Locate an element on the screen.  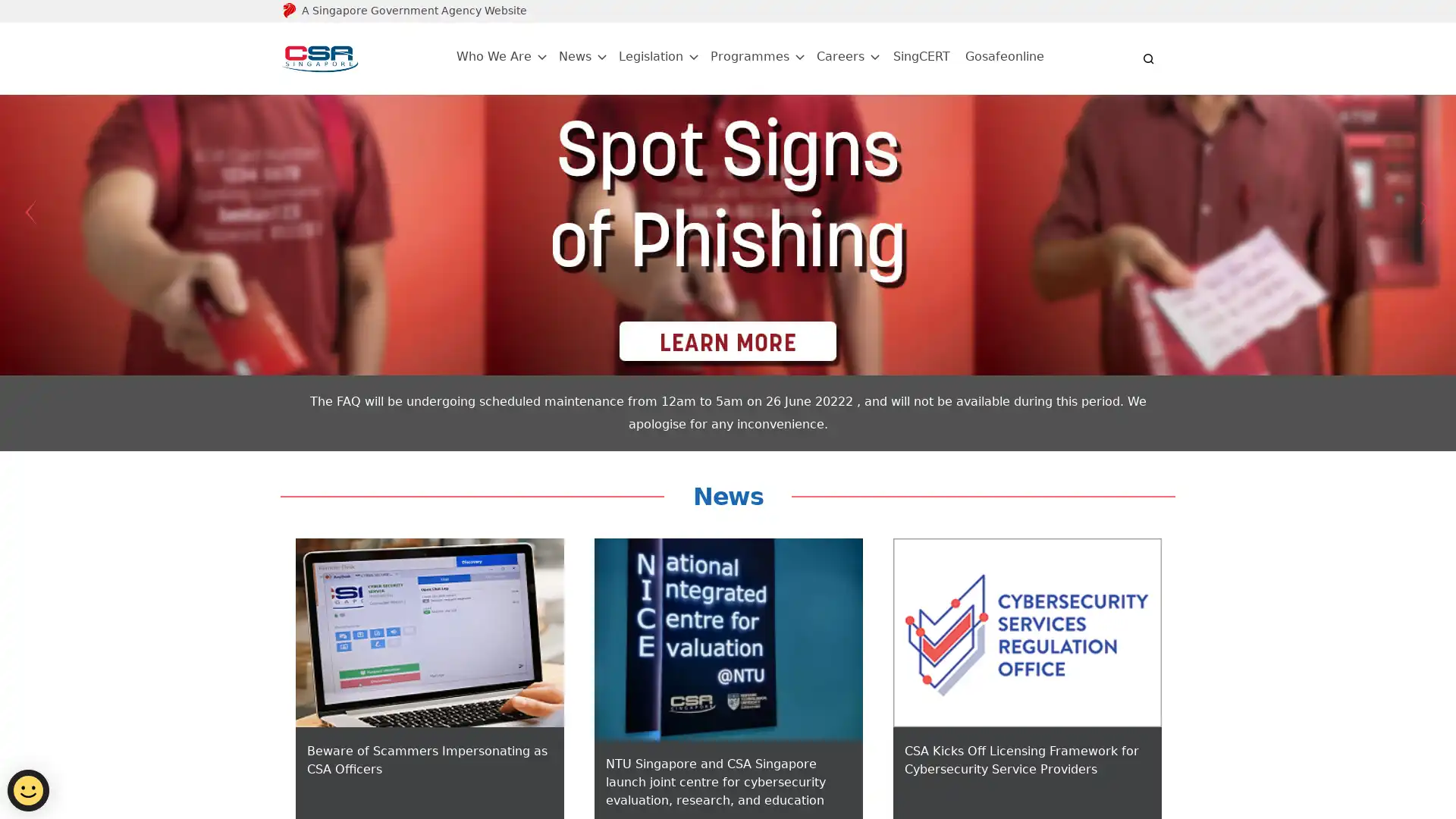
search is located at coordinates (1149, 58).